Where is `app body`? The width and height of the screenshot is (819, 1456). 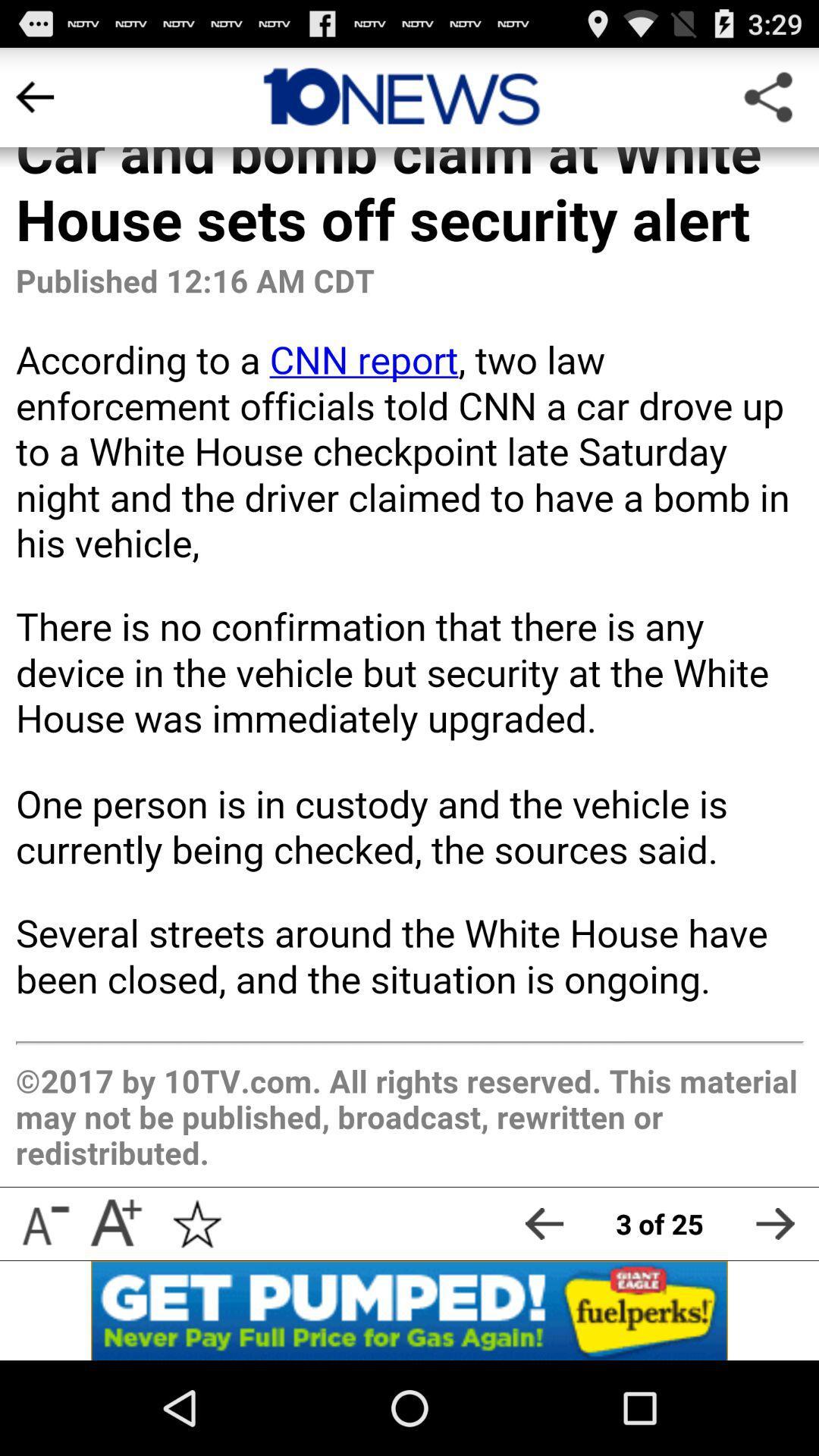 app body is located at coordinates (409, 617).